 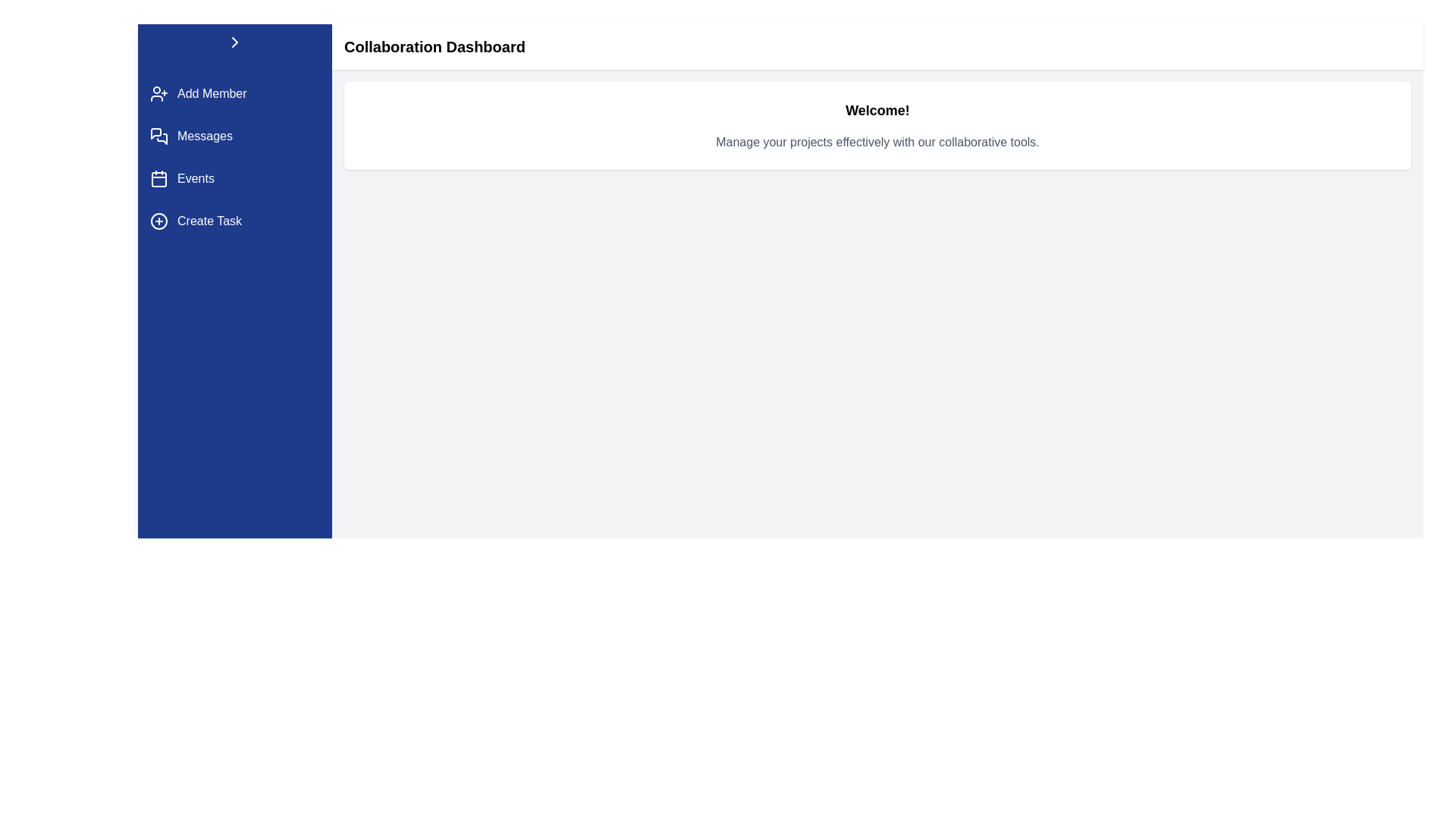 I want to click on the arrow icon located at the top-left corner of the blue sidebar, which allows users to collapse or expand the sidebar, so click(x=234, y=42).